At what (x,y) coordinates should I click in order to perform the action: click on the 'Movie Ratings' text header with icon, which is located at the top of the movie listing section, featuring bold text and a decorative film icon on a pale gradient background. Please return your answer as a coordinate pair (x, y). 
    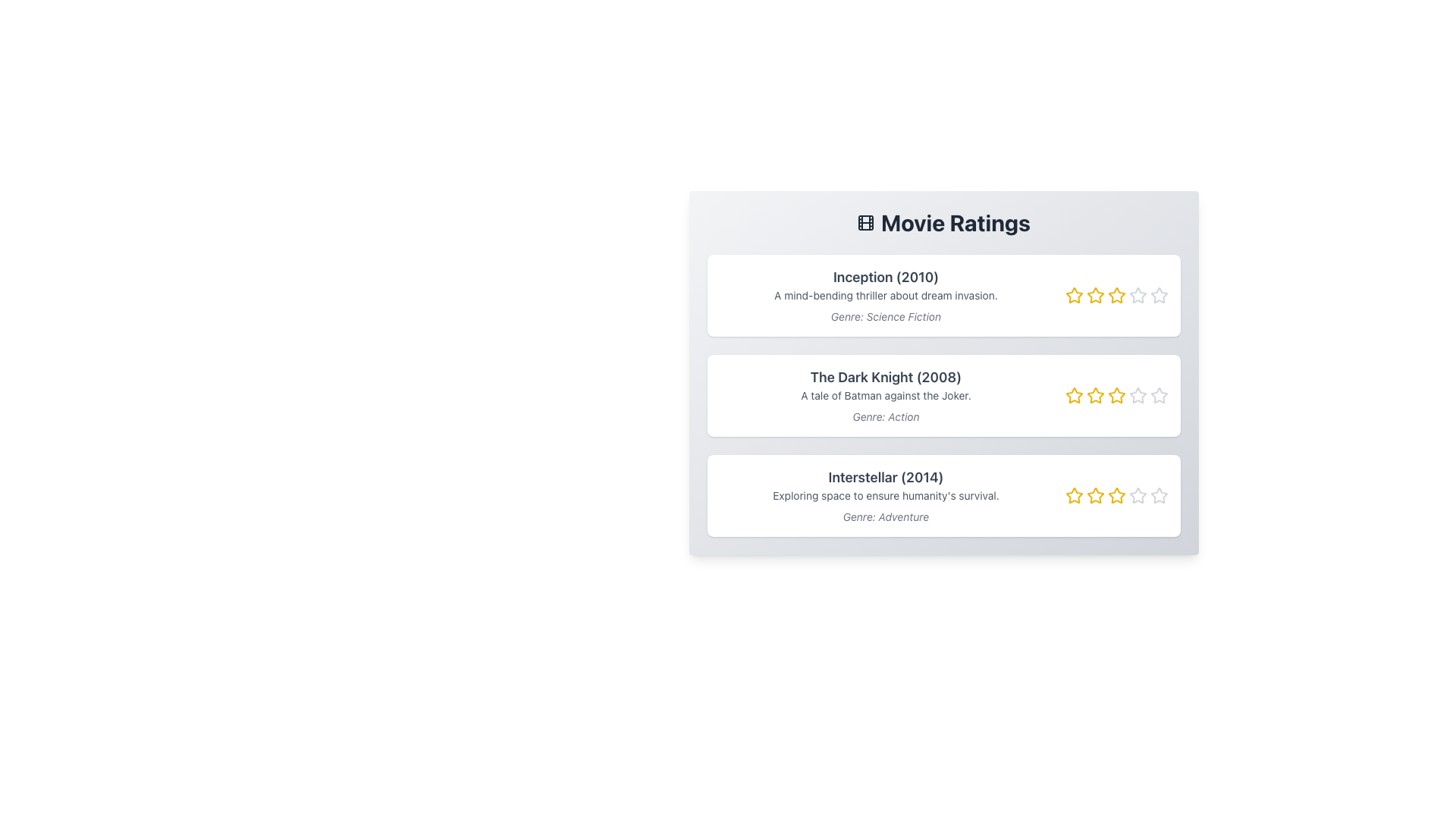
    Looking at the image, I should click on (943, 222).